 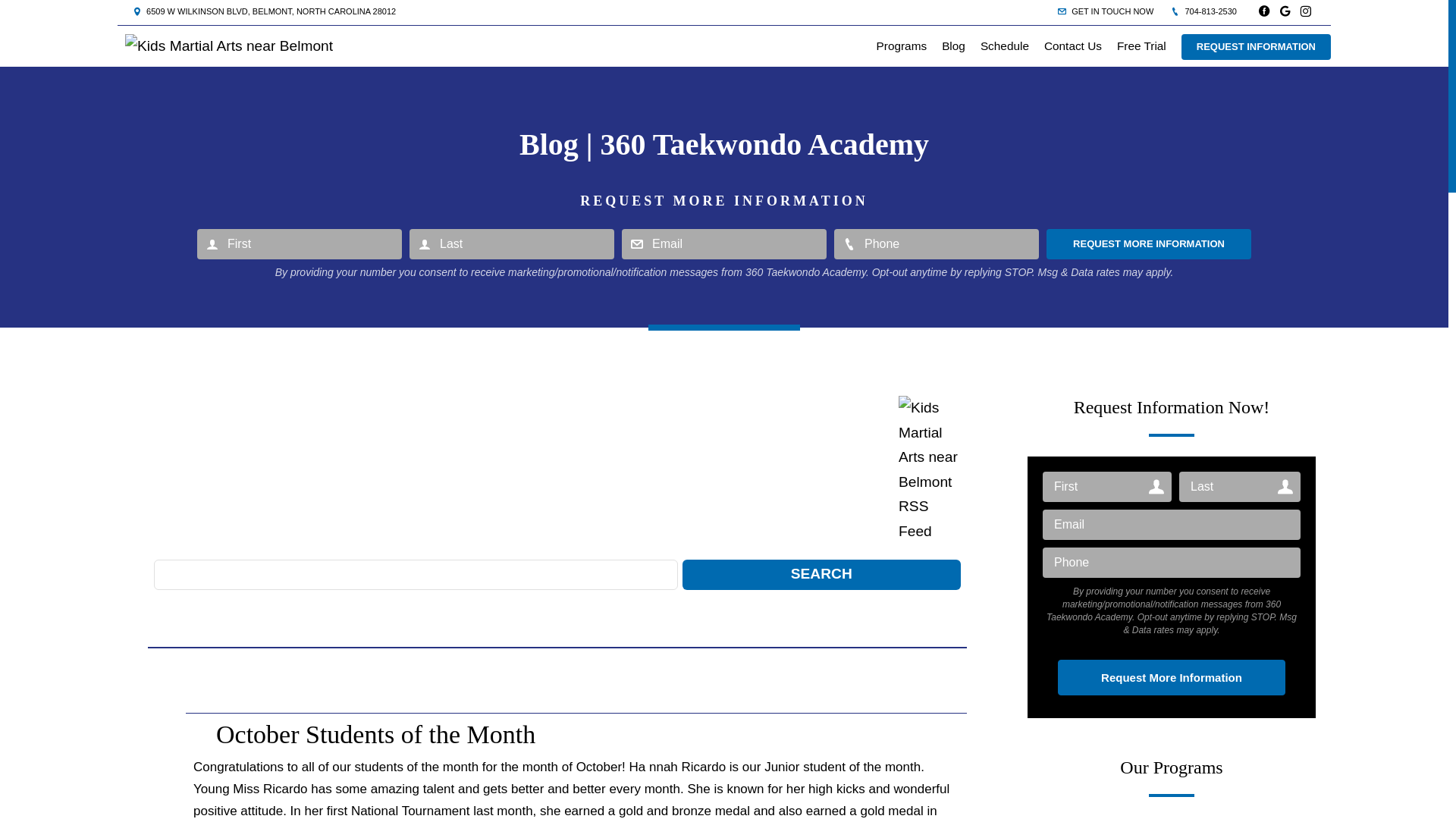 What do you see at coordinates (1072, 45) in the screenshot?
I see `'Contact Us'` at bounding box center [1072, 45].